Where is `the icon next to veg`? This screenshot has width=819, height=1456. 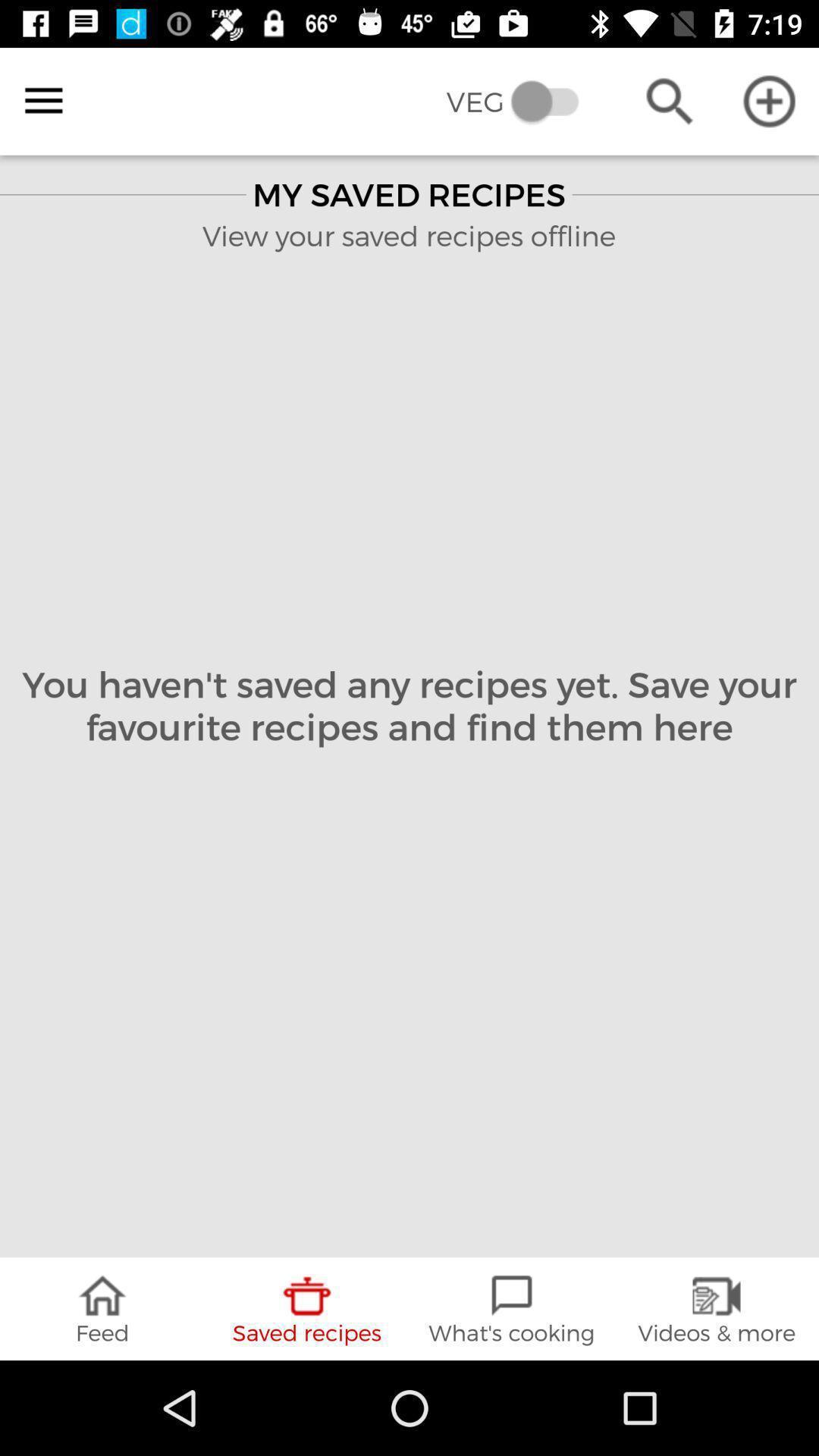
the icon next to veg is located at coordinates (42, 100).